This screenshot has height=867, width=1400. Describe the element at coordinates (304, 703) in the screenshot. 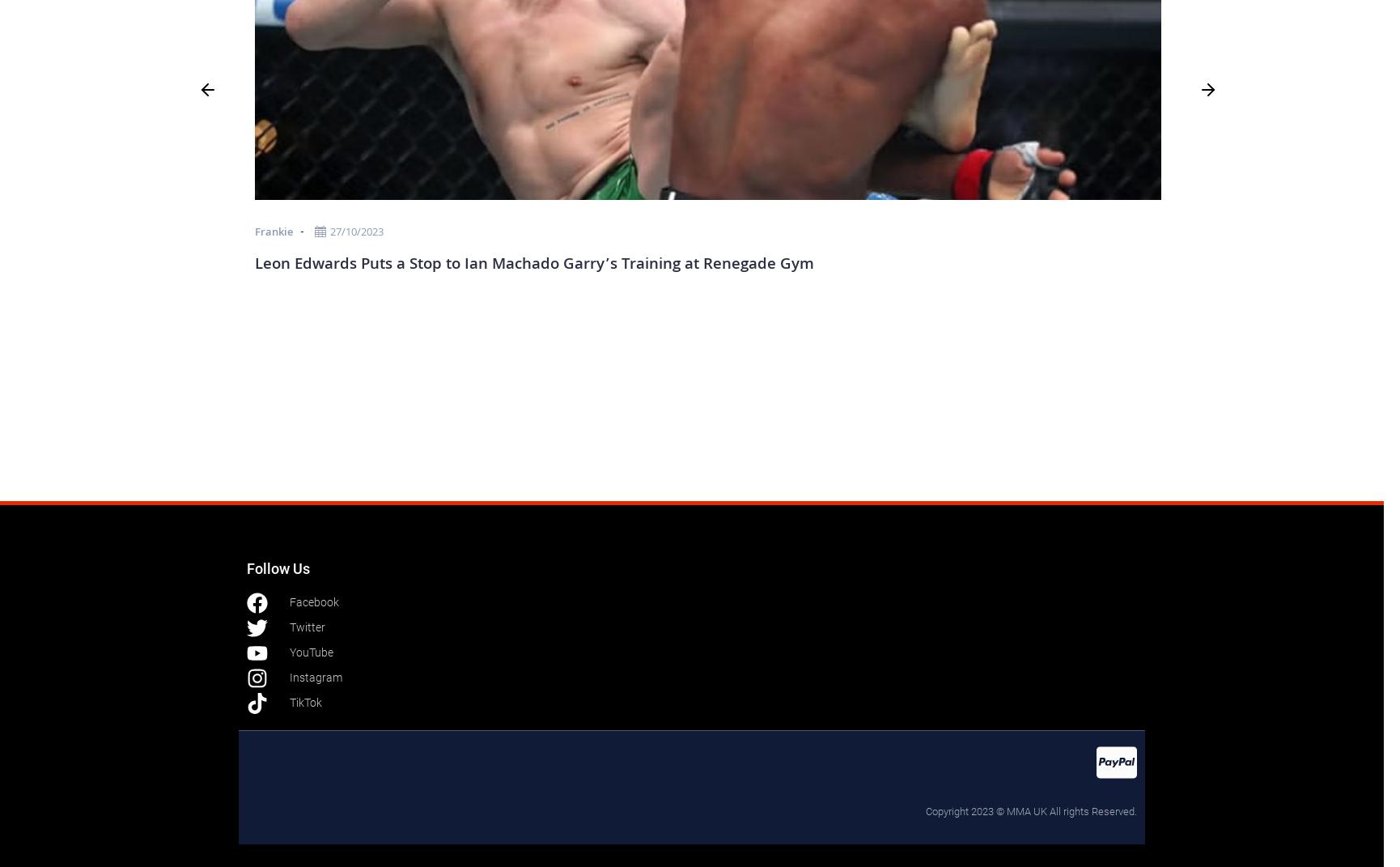

I see `'TikTok'` at that location.